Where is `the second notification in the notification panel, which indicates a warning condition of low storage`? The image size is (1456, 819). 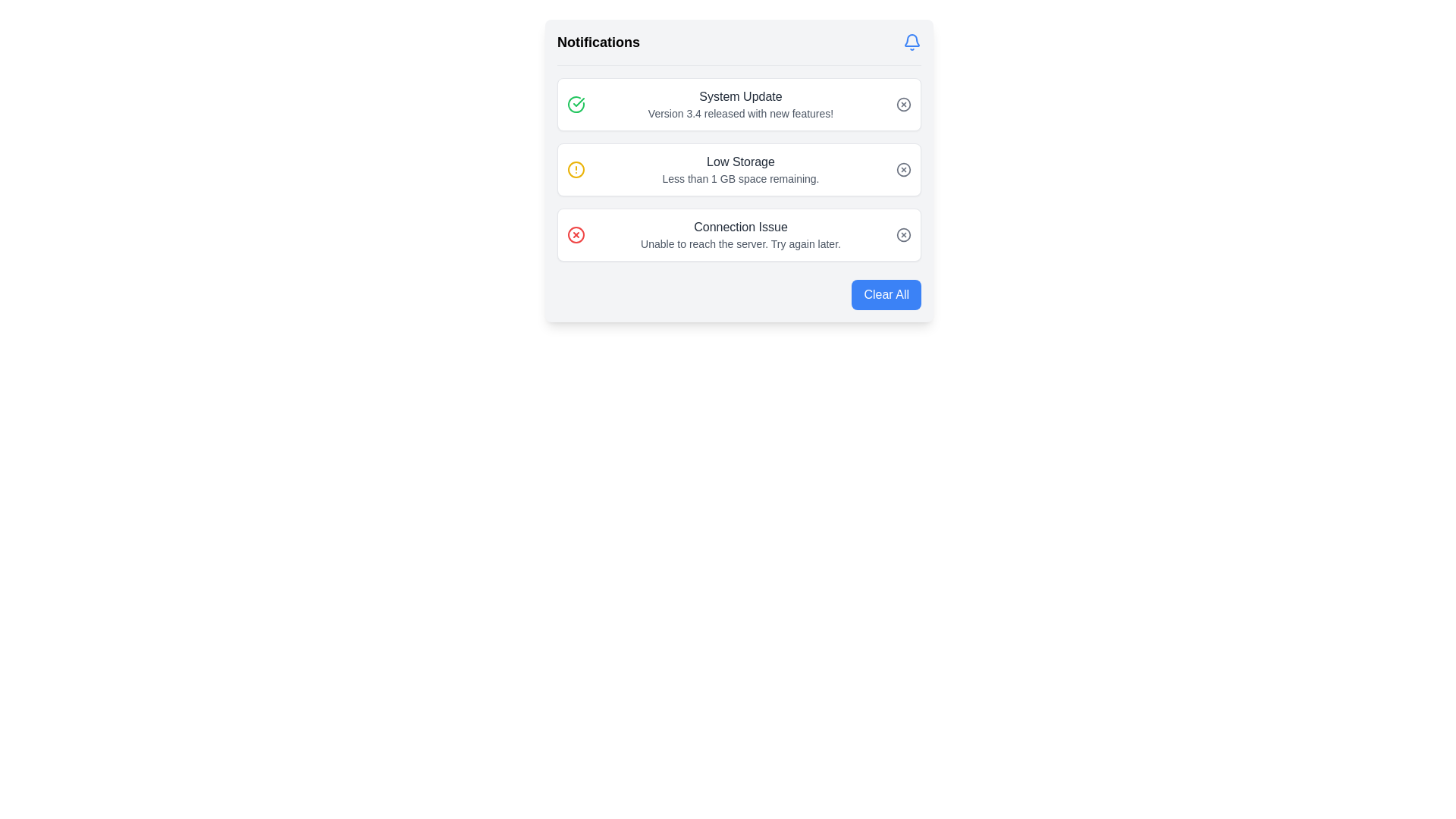 the second notification in the notification panel, which indicates a warning condition of low storage is located at coordinates (739, 169).